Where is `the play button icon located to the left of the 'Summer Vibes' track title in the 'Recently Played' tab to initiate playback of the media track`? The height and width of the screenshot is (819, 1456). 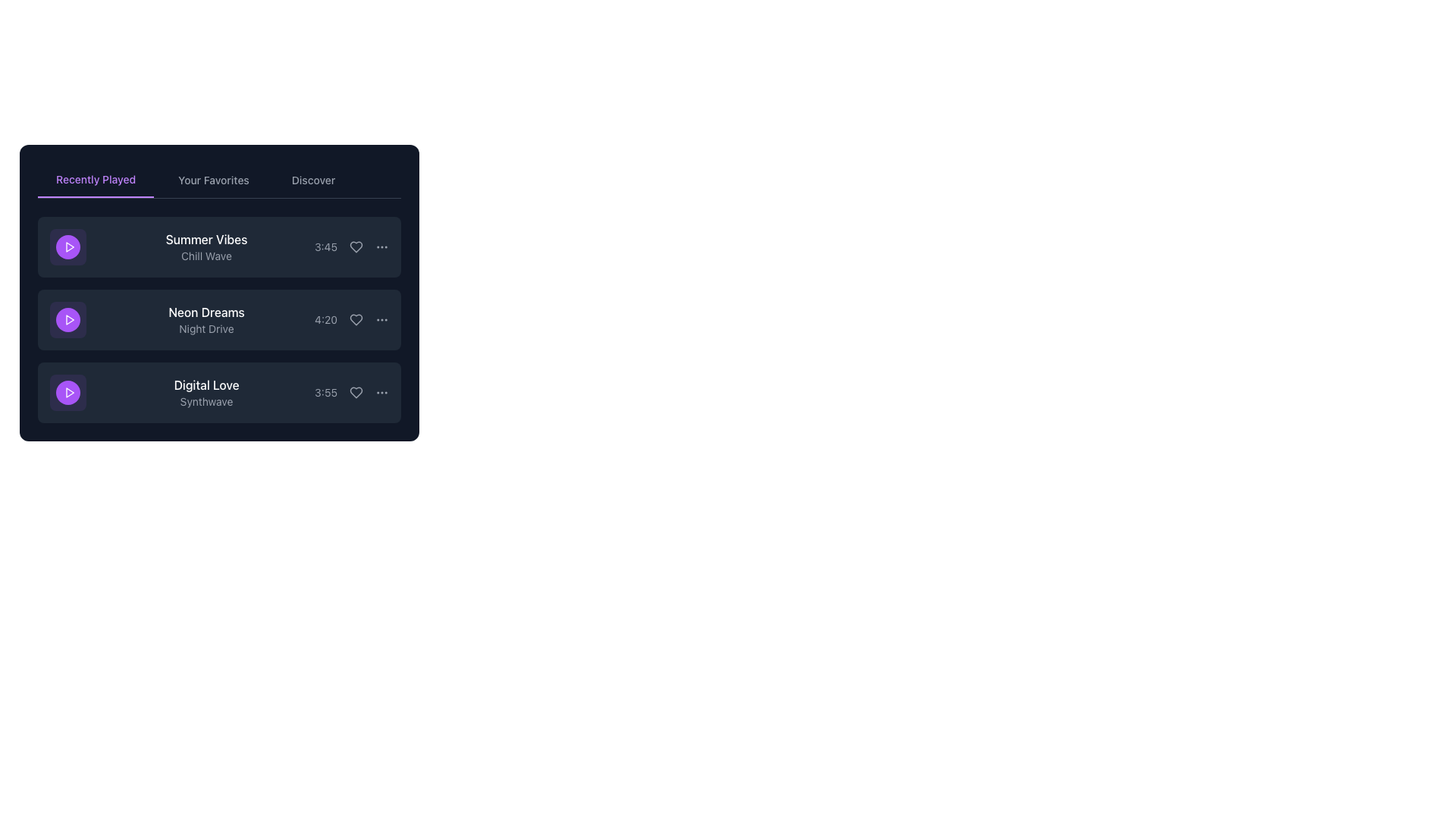 the play button icon located to the left of the 'Summer Vibes' track title in the 'Recently Played' tab to initiate playback of the media track is located at coordinates (69, 246).